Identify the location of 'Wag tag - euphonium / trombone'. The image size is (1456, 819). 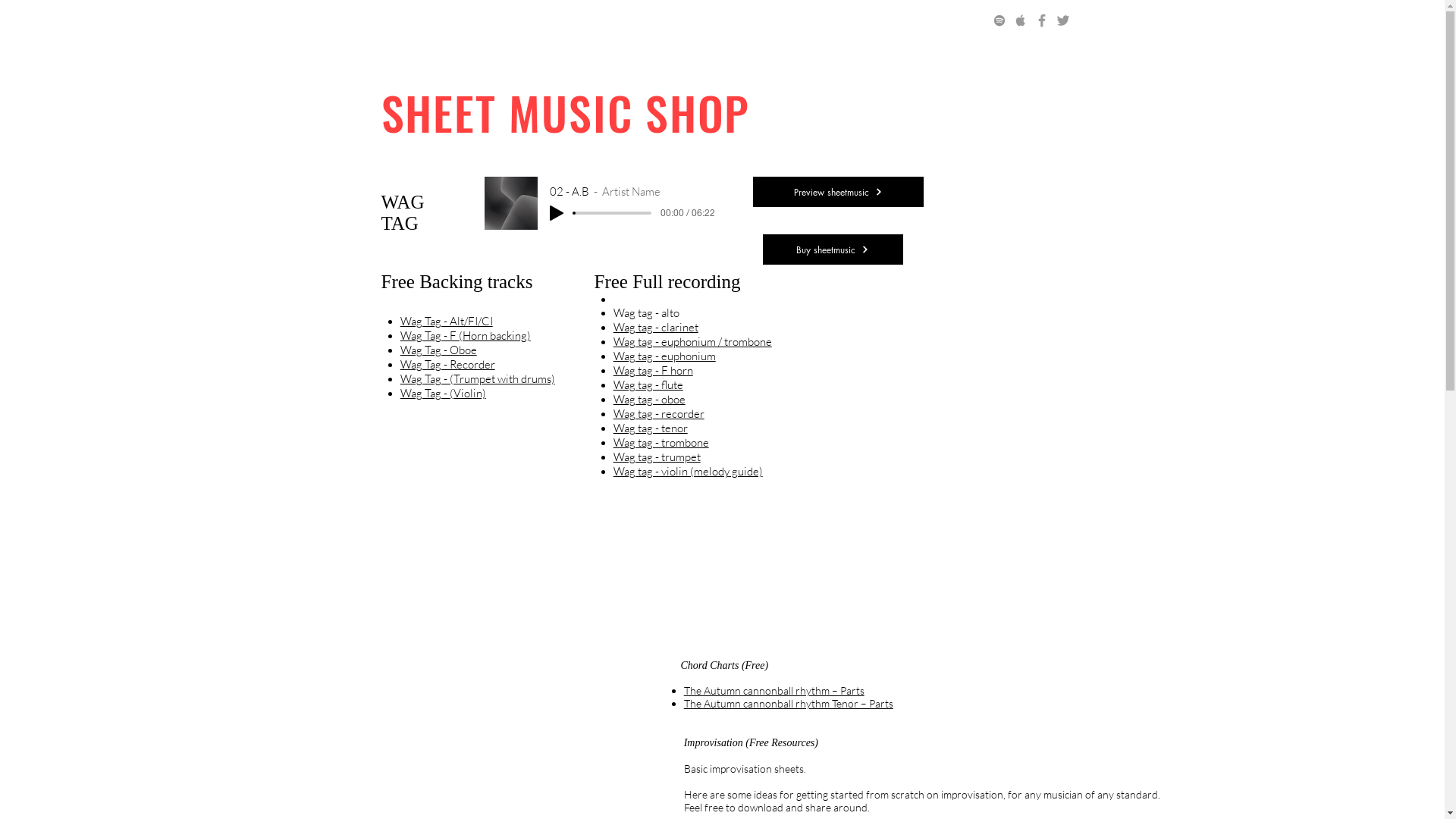
(613, 341).